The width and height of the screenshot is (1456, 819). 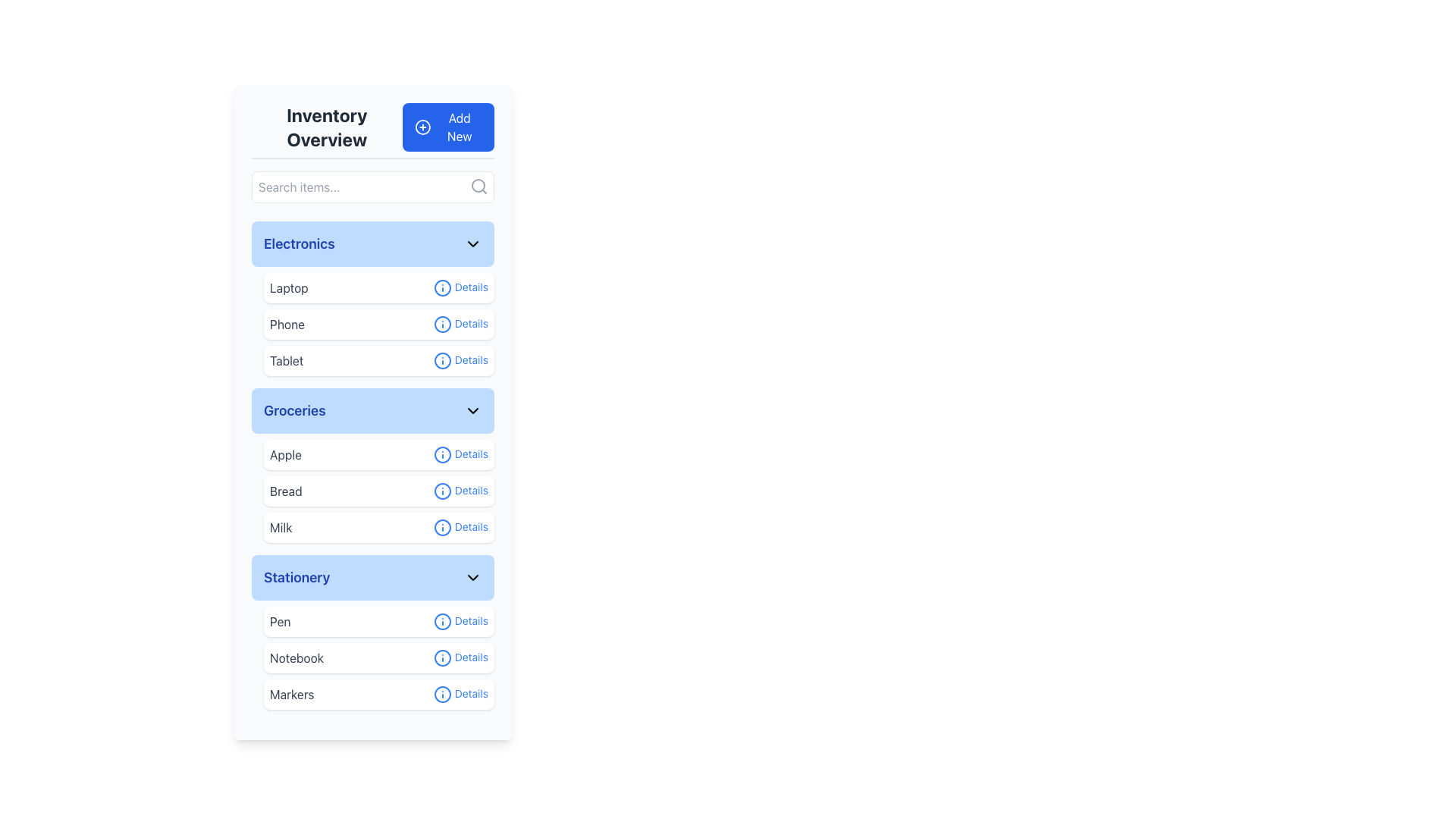 What do you see at coordinates (289, 288) in the screenshot?
I see `the 'Laptop' text label in the 'Electronics' section, which is the first item in the list and located at the top-left corner of the group` at bounding box center [289, 288].